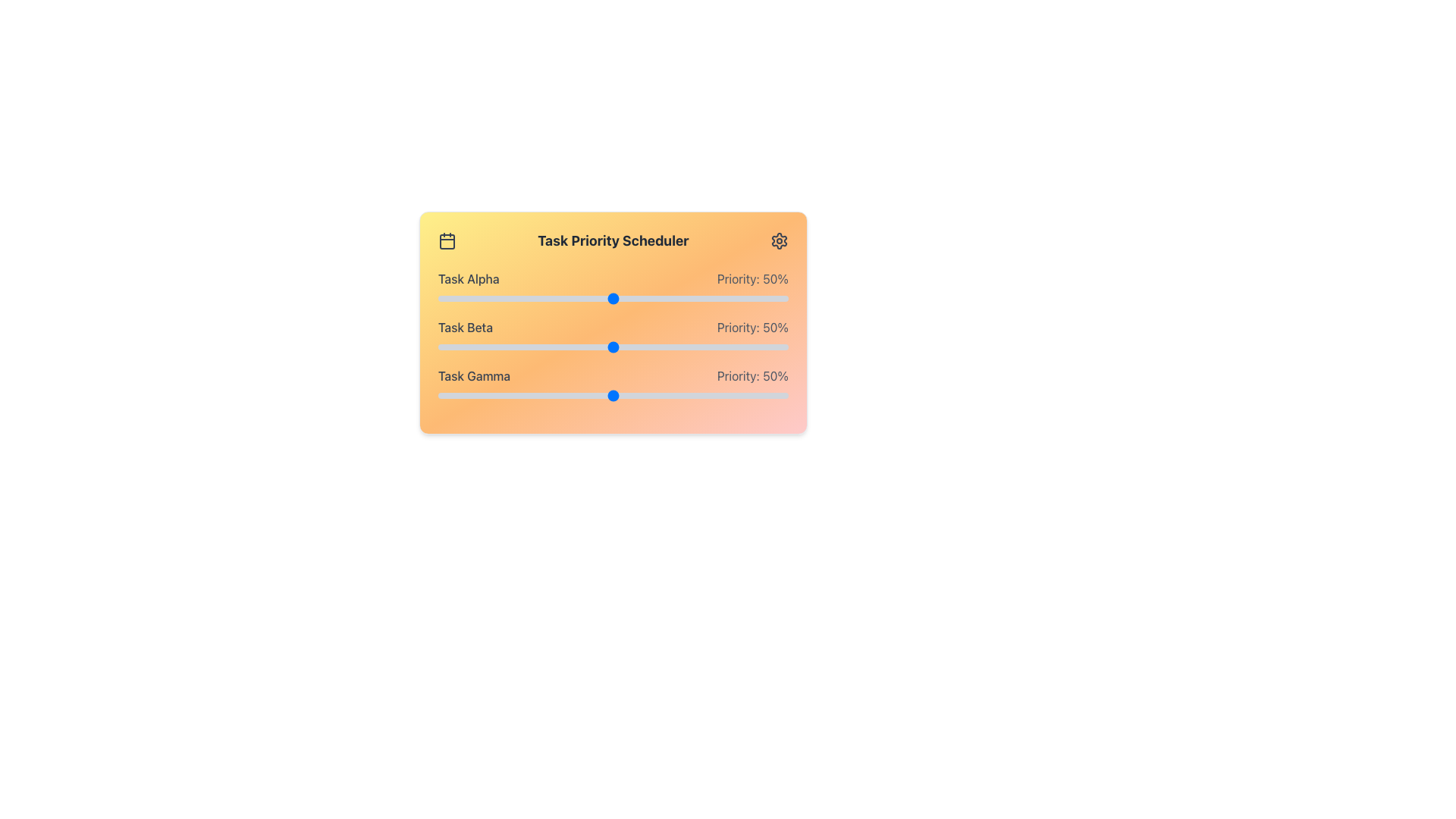 This screenshot has width=1456, height=819. What do you see at coordinates (536, 347) in the screenshot?
I see `the "Task Beta" priority` at bounding box center [536, 347].